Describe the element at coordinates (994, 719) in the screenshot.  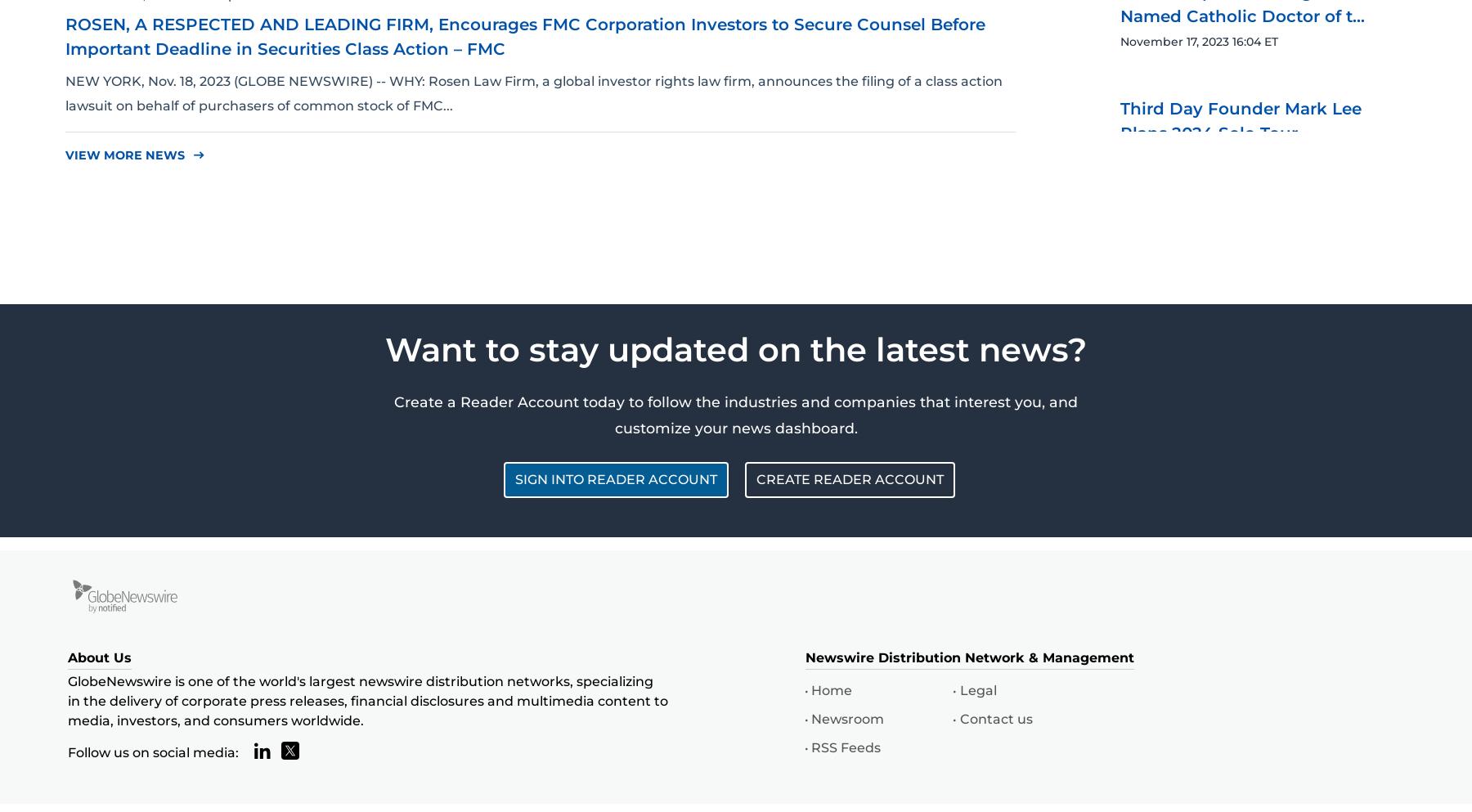
I see `'Contact us'` at that location.